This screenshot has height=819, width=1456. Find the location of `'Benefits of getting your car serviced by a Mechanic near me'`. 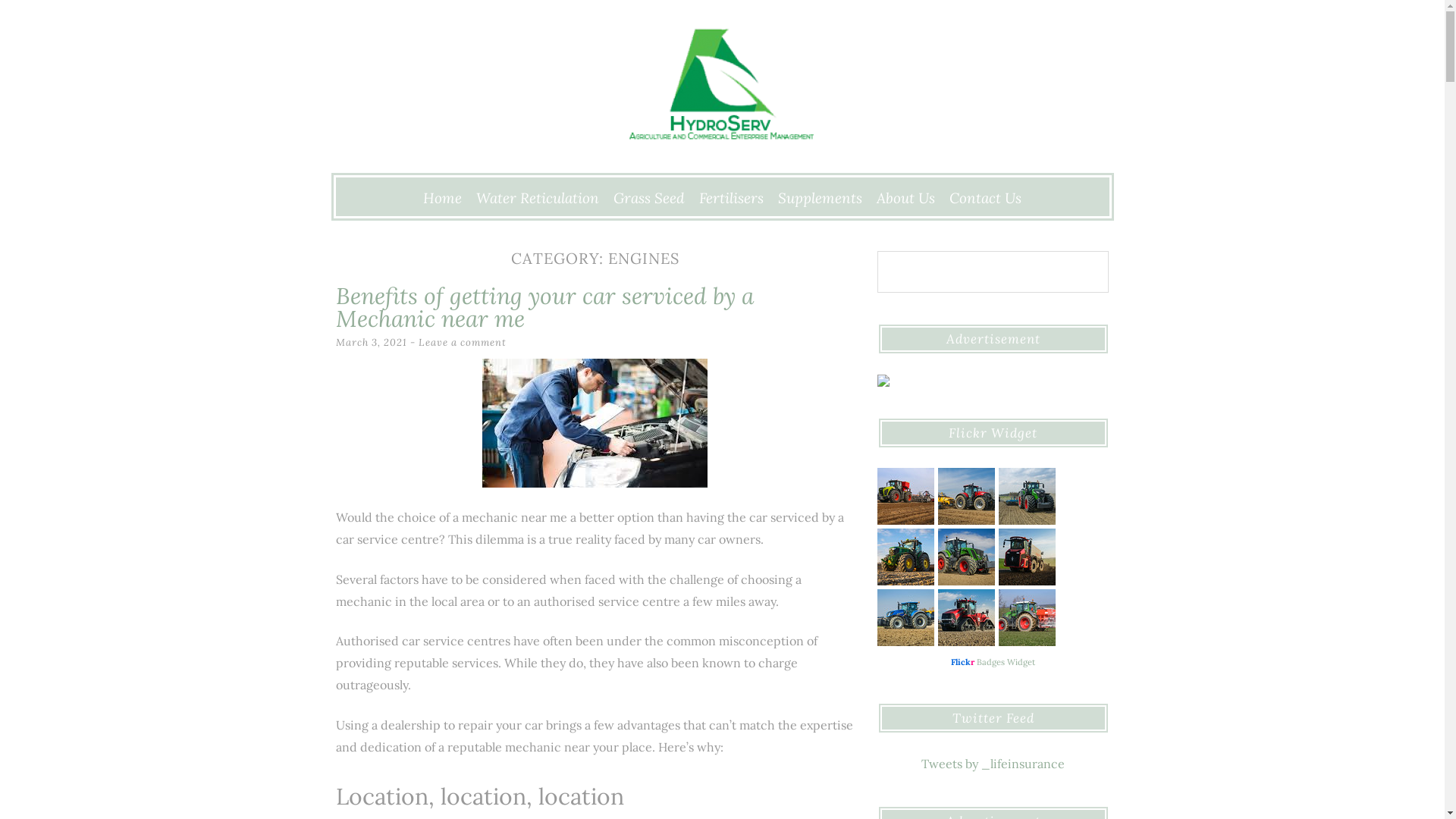

'Benefits of getting your car serviced by a Mechanic near me' is located at coordinates (544, 307).